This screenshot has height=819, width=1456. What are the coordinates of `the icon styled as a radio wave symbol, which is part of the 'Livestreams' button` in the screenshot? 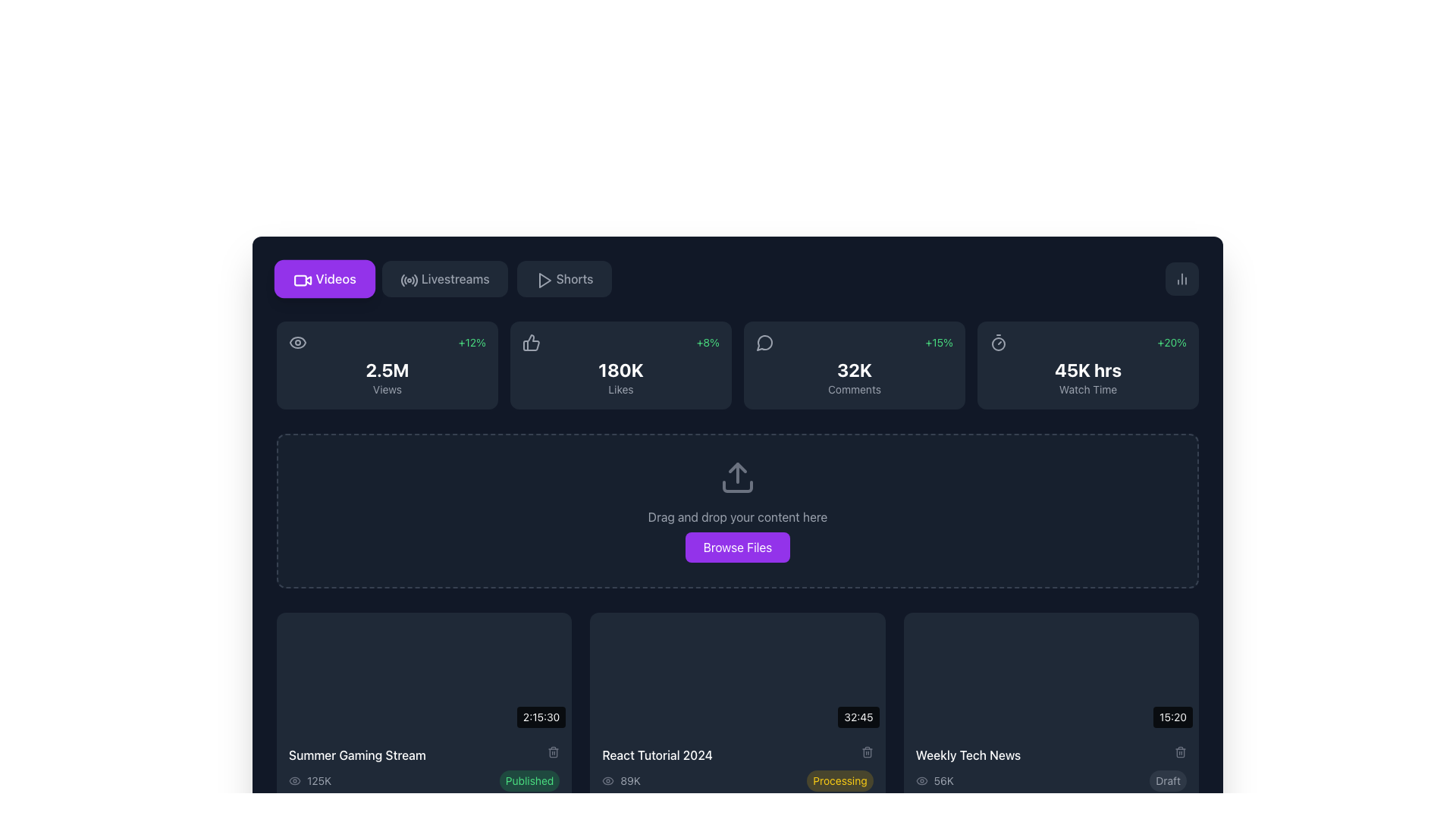 It's located at (407, 278).